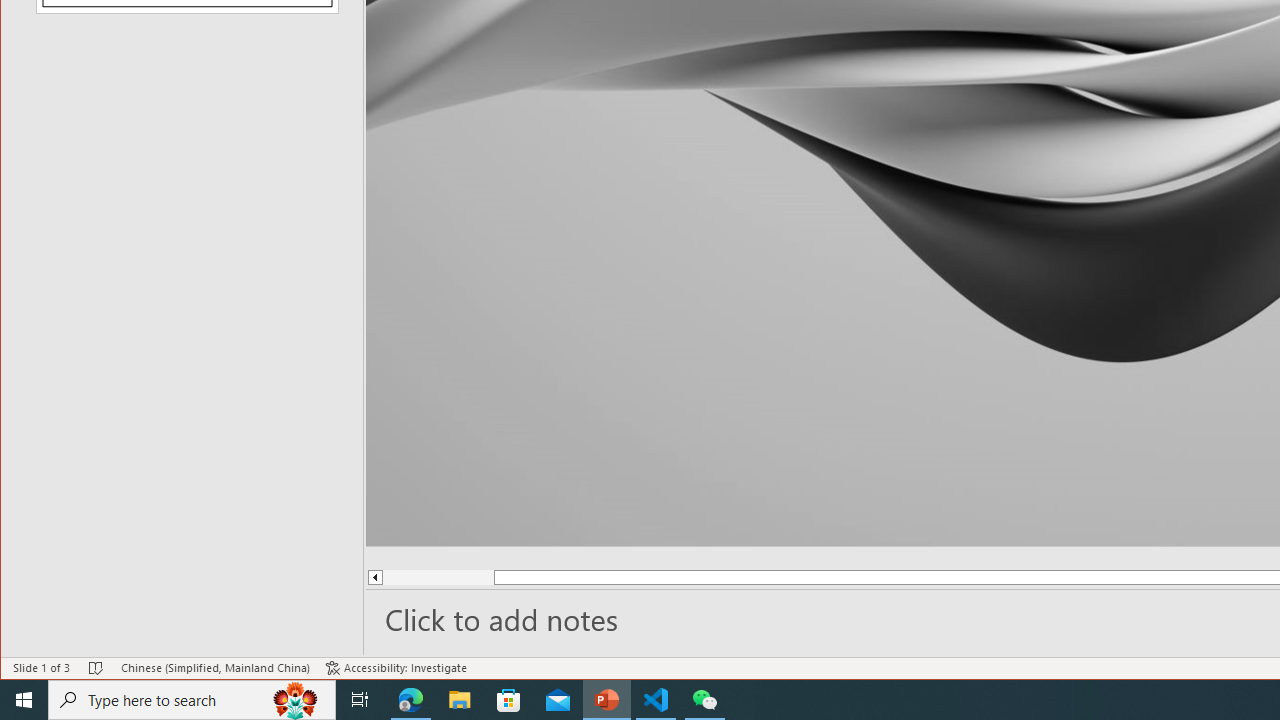 The width and height of the screenshot is (1280, 720). What do you see at coordinates (410, 698) in the screenshot?
I see `'Microsoft Edge - 1 running window'` at bounding box center [410, 698].